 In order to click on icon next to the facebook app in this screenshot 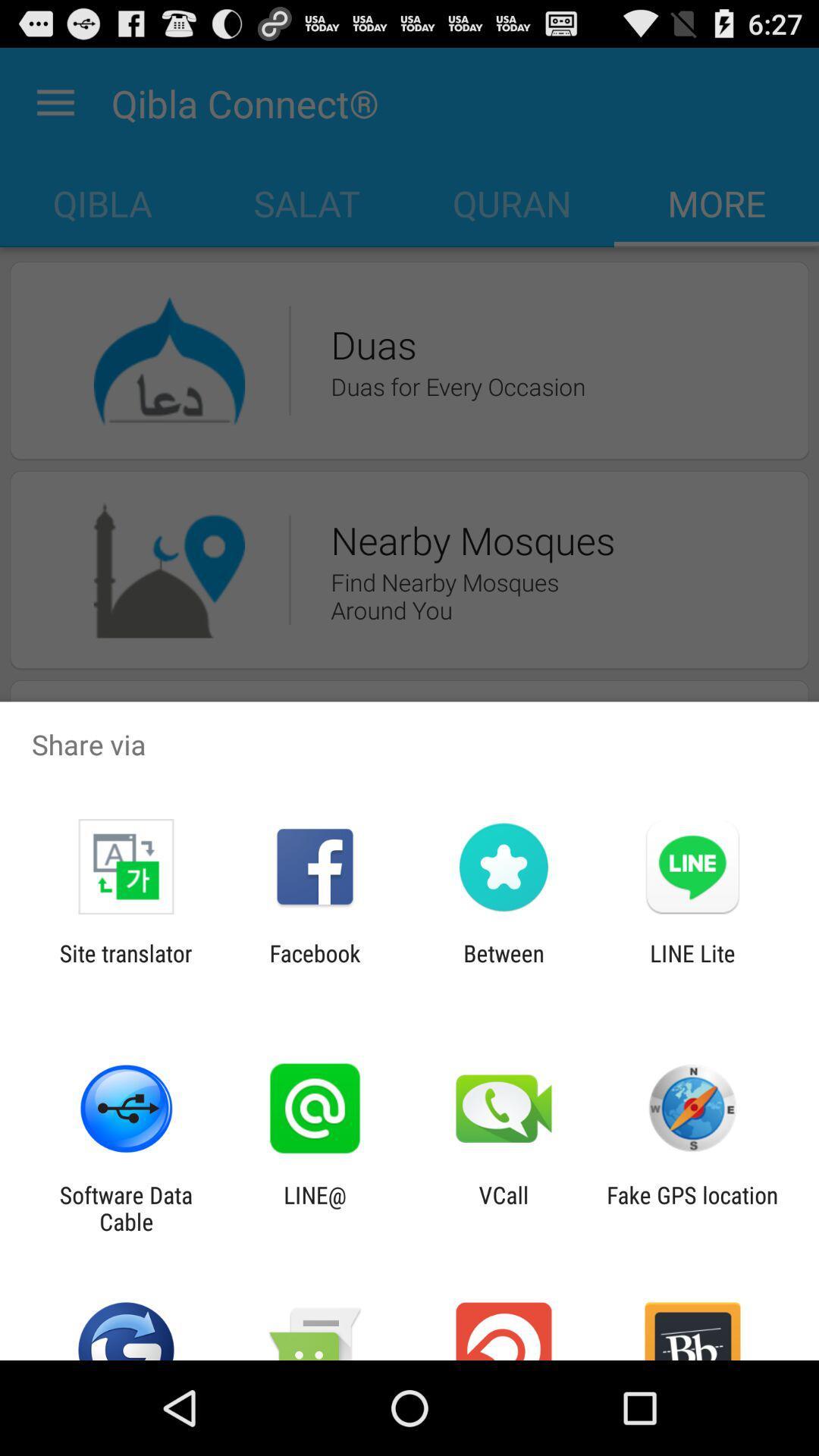, I will do `click(504, 966)`.